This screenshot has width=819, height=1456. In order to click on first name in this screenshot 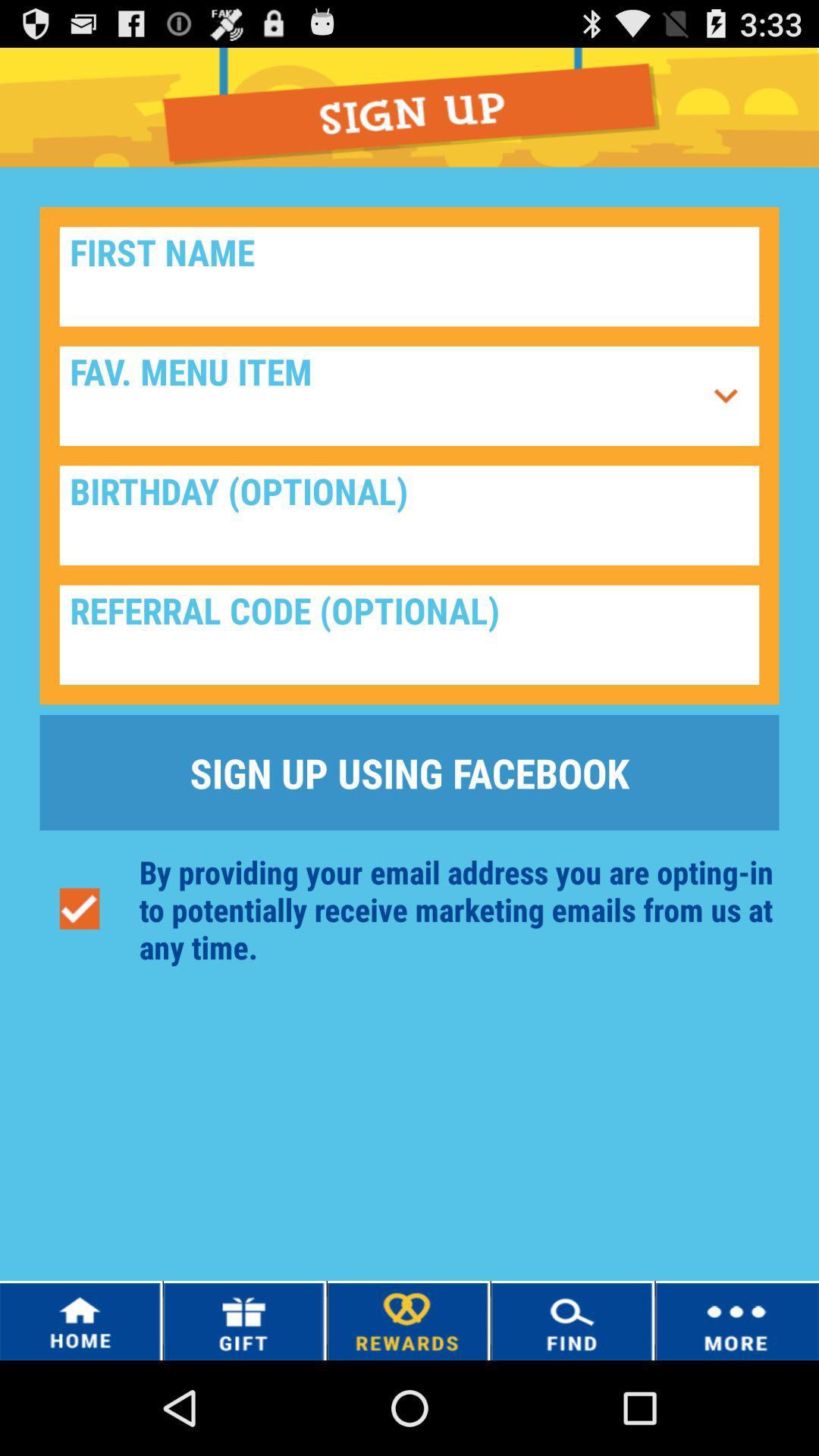, I will do `click(409, 276)`.